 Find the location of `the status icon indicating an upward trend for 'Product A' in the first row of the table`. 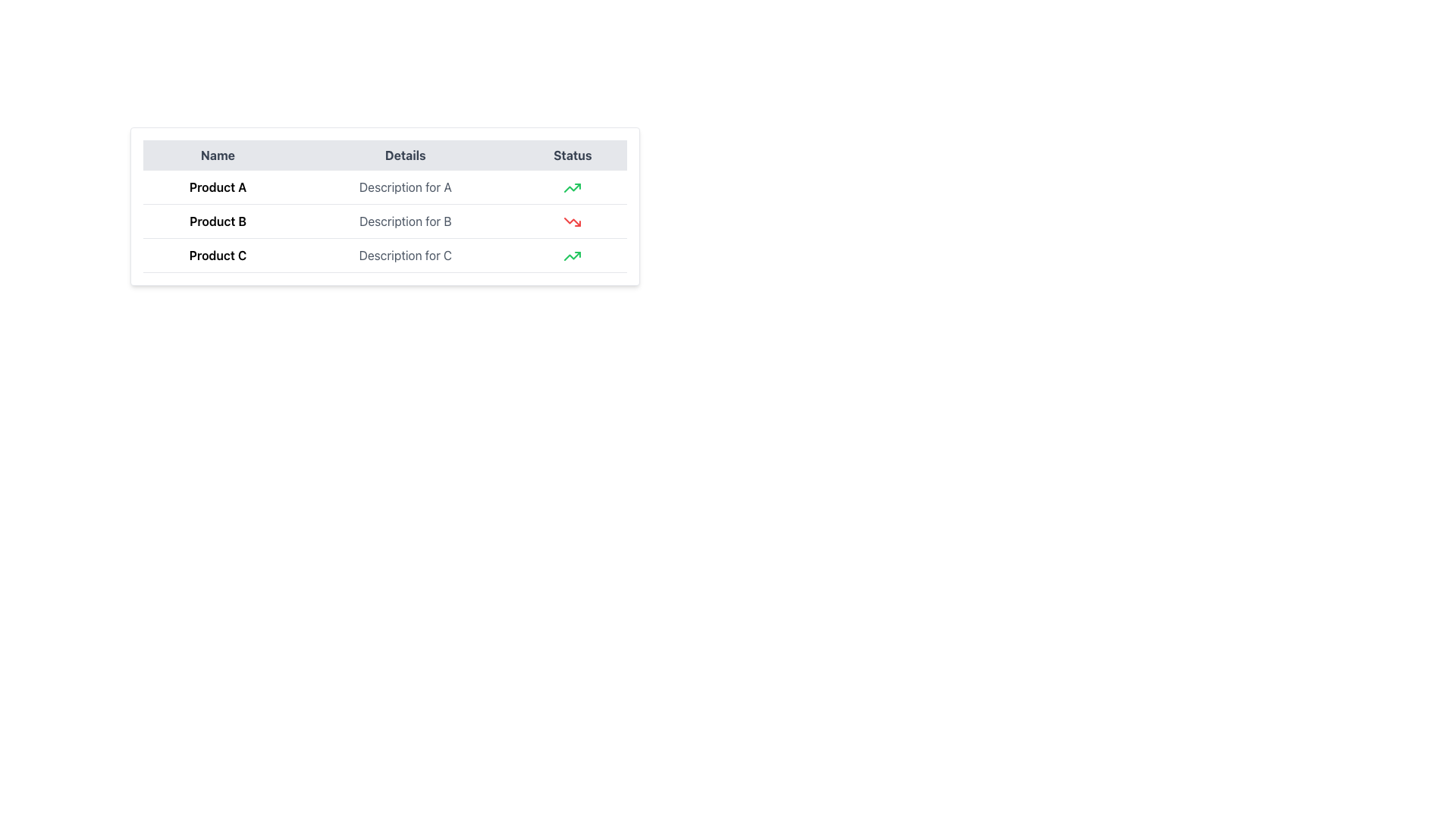

the status icon indicating an upward trend for 'Product A' in the first row of the table is located at coordinates (572, 187).